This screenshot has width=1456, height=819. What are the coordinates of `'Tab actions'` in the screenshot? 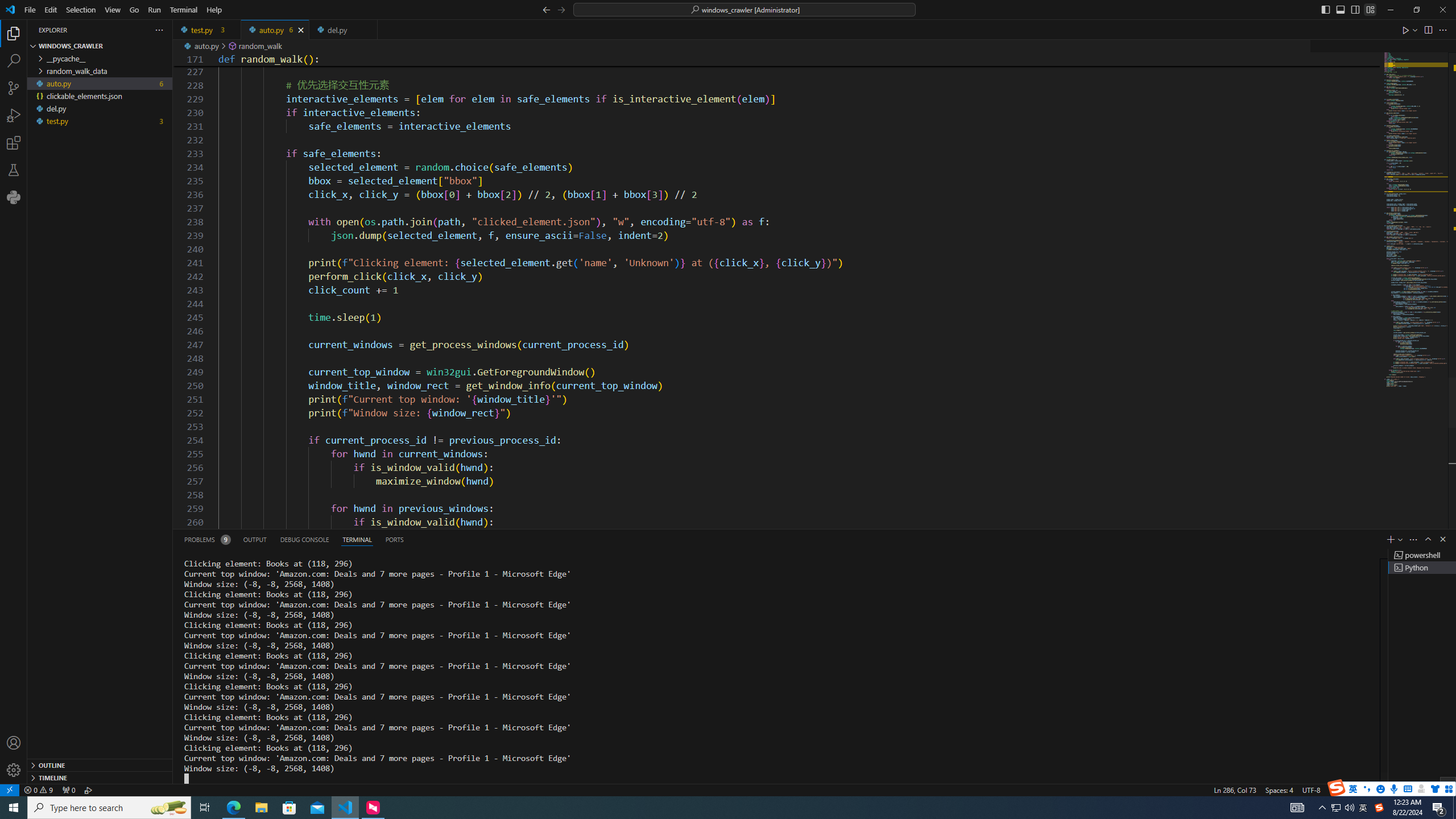 It's located at (369, 29).